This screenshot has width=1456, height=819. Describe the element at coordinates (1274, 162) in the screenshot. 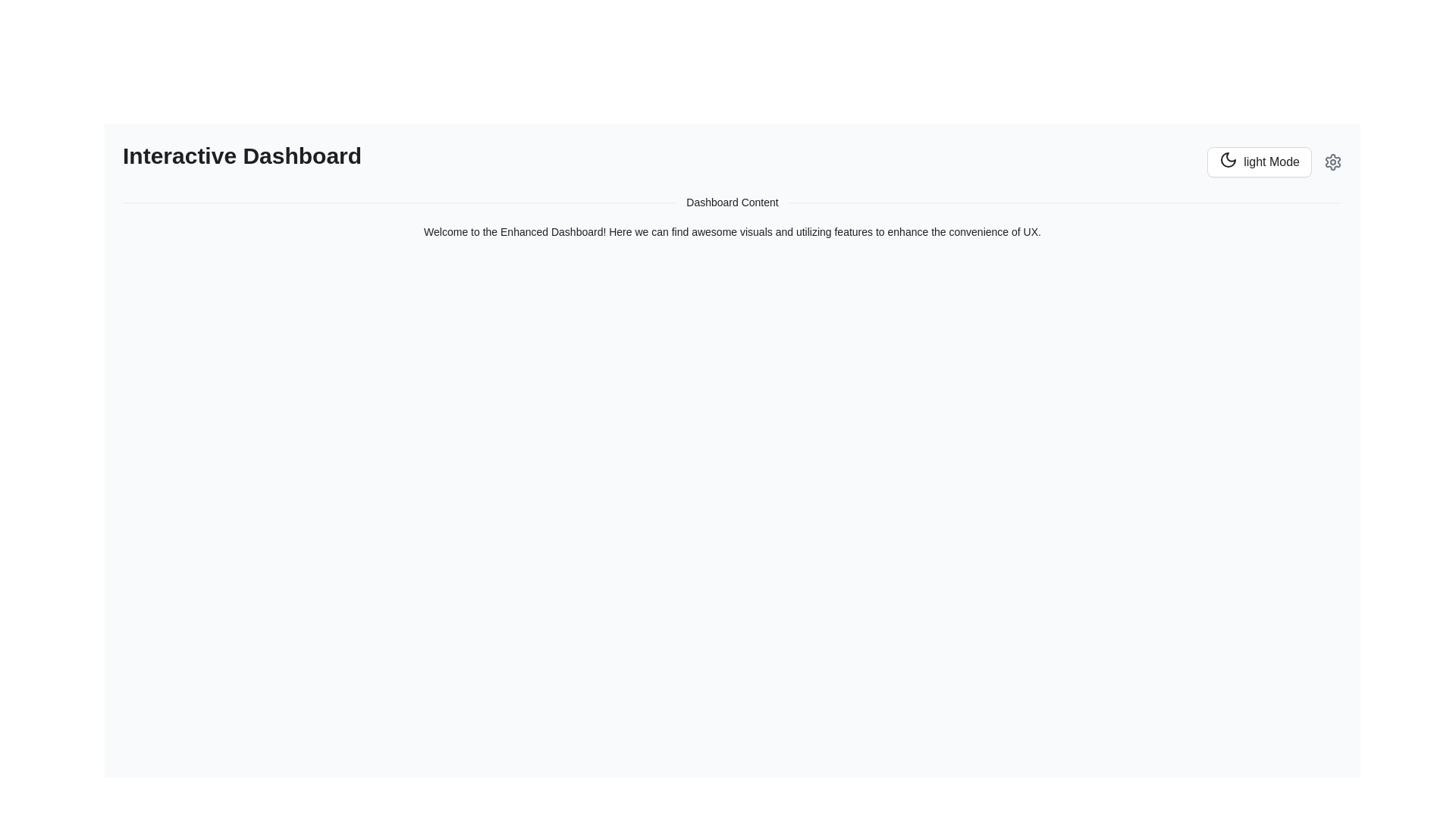

I see `the toggle button (theme switcher) located in the top-right corner of the interface, adjacent to the settings icon` at that location.